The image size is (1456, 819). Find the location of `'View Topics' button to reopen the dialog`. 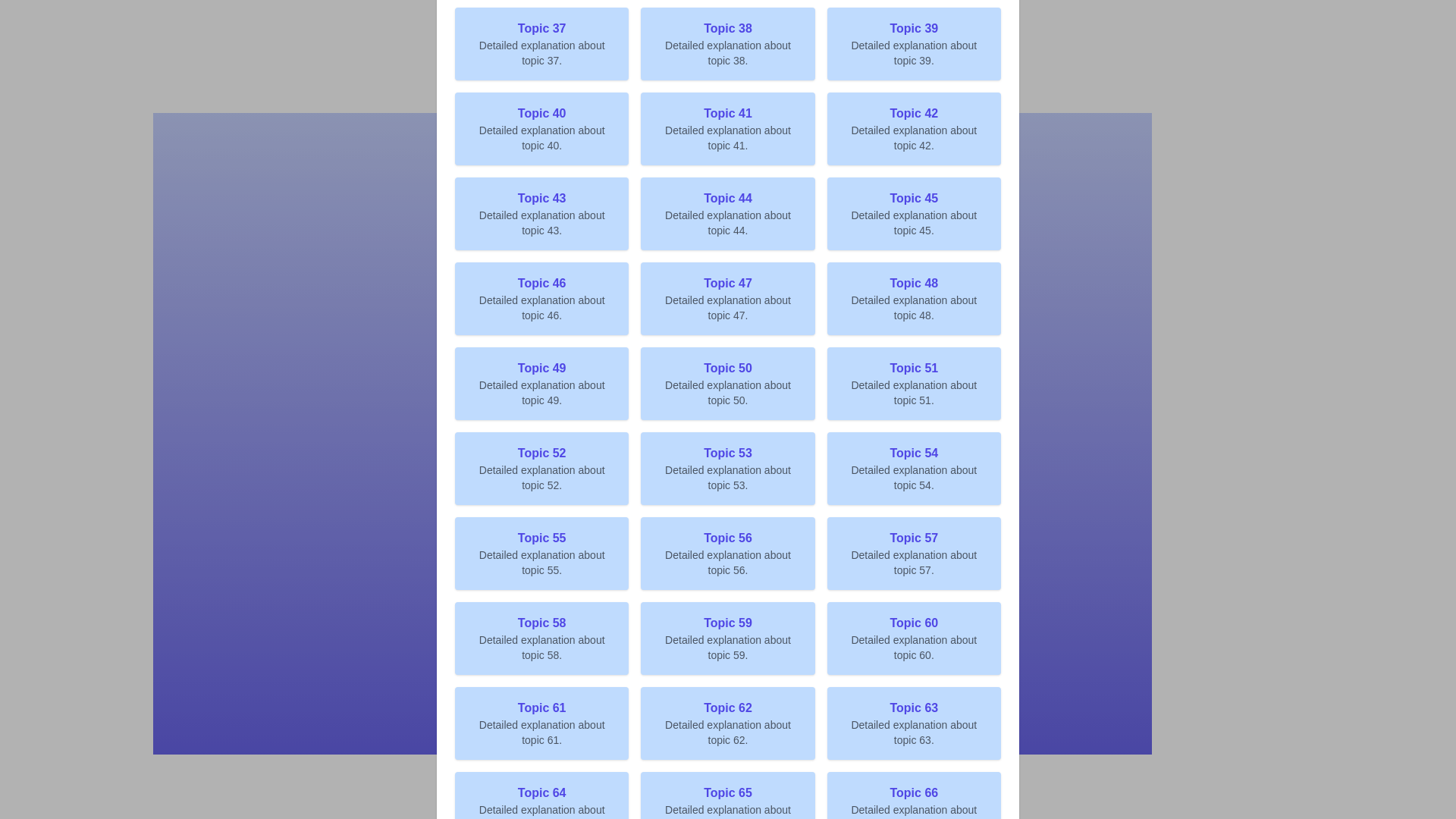

'View Topics' button to reopen the dialog is located at coordinates (728, 409).